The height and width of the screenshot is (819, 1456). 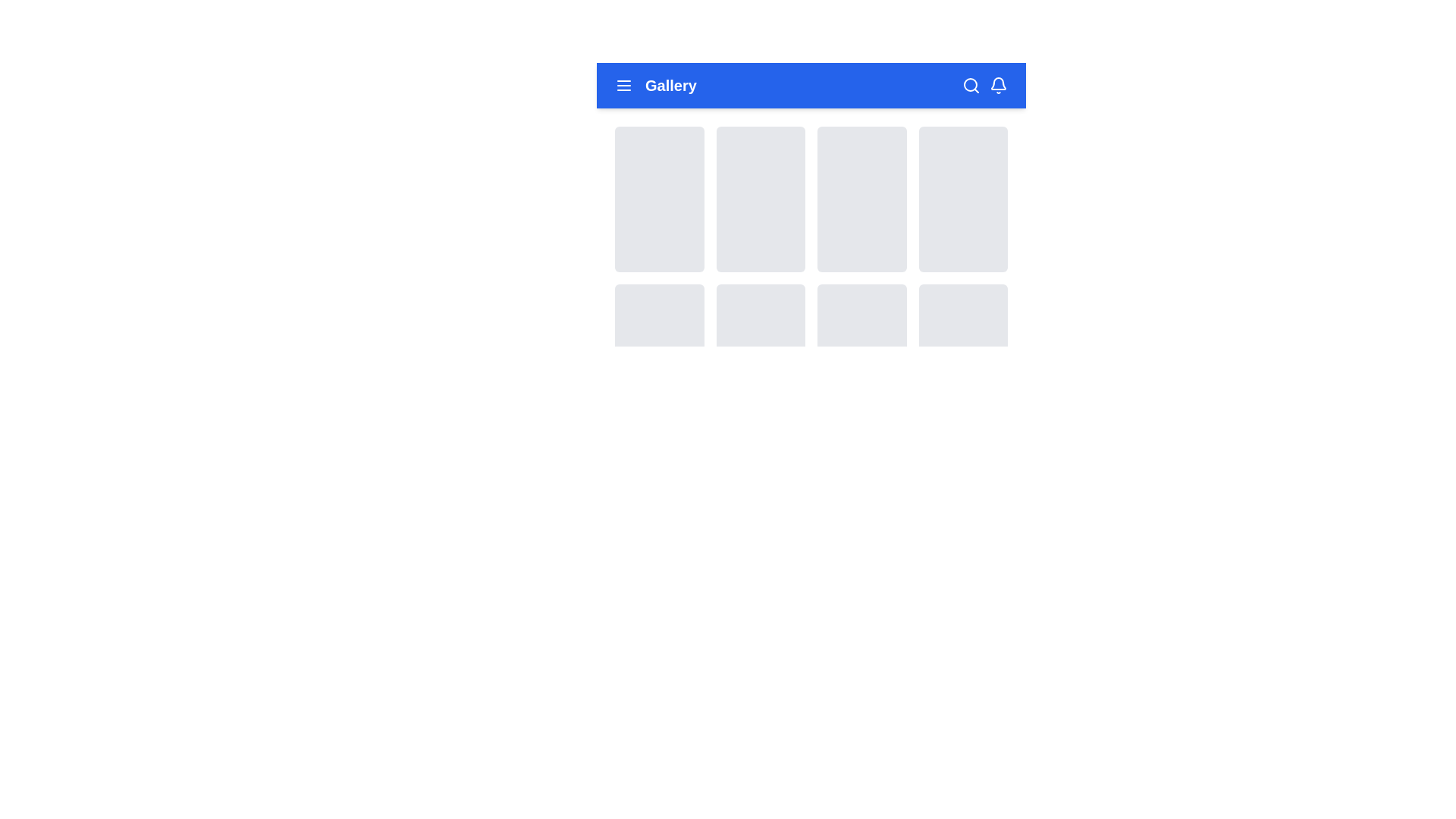 What do you see at coordinates (670, 85) in the screenshot?
I see `the 'Gallery' label in the blue navigation bar, which is located to the right of the hamburger menu icon` at bounding box center [670, 85].